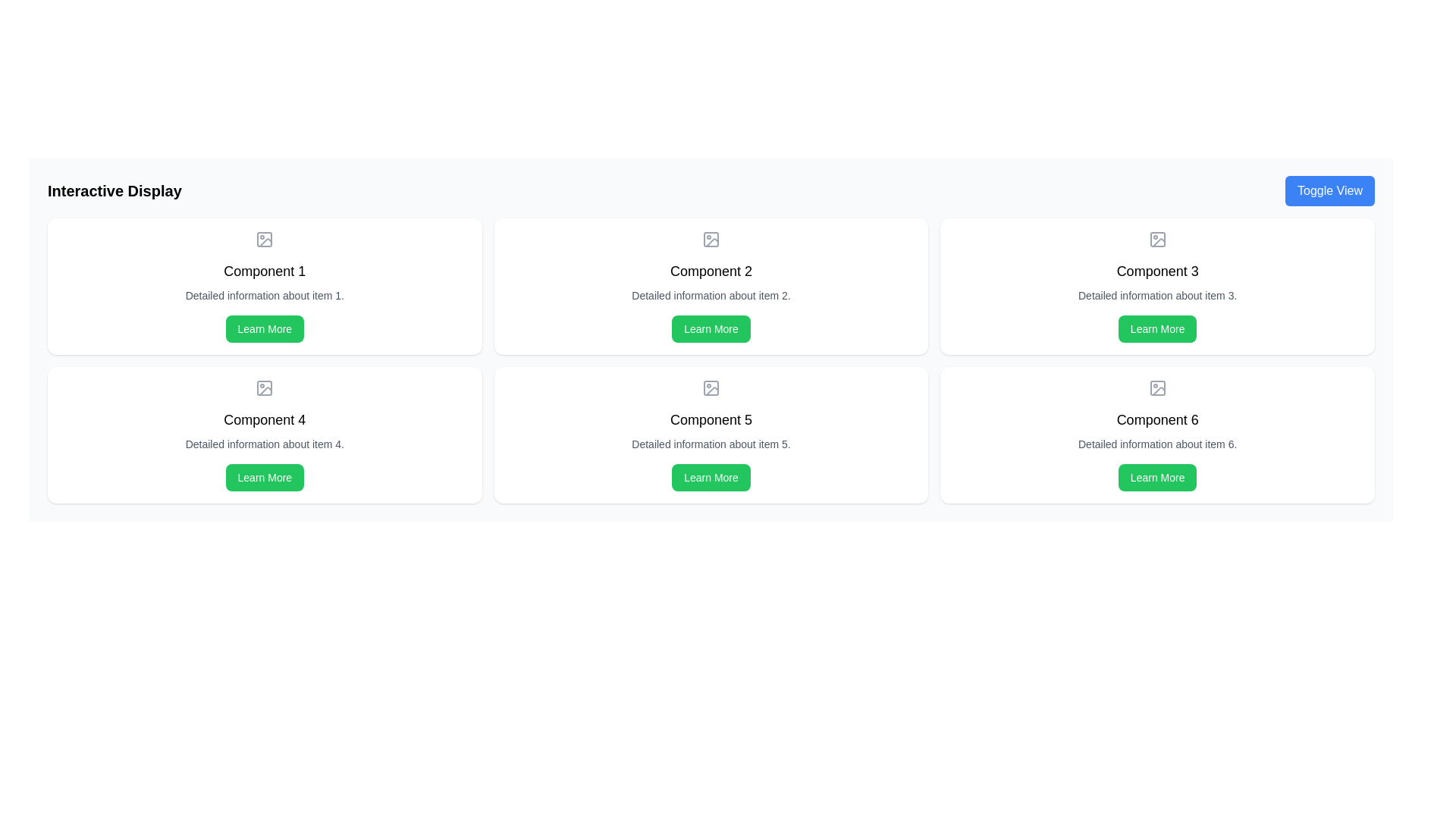  Describe the element at coordinates (1156, 239) in the screenshot. I see `the icon that represents a visual image within the card labeled 'Component 3', which is positioned at the top center of the card, above the text 'Component 3' and 'Detailed information about item 3'` at that location.